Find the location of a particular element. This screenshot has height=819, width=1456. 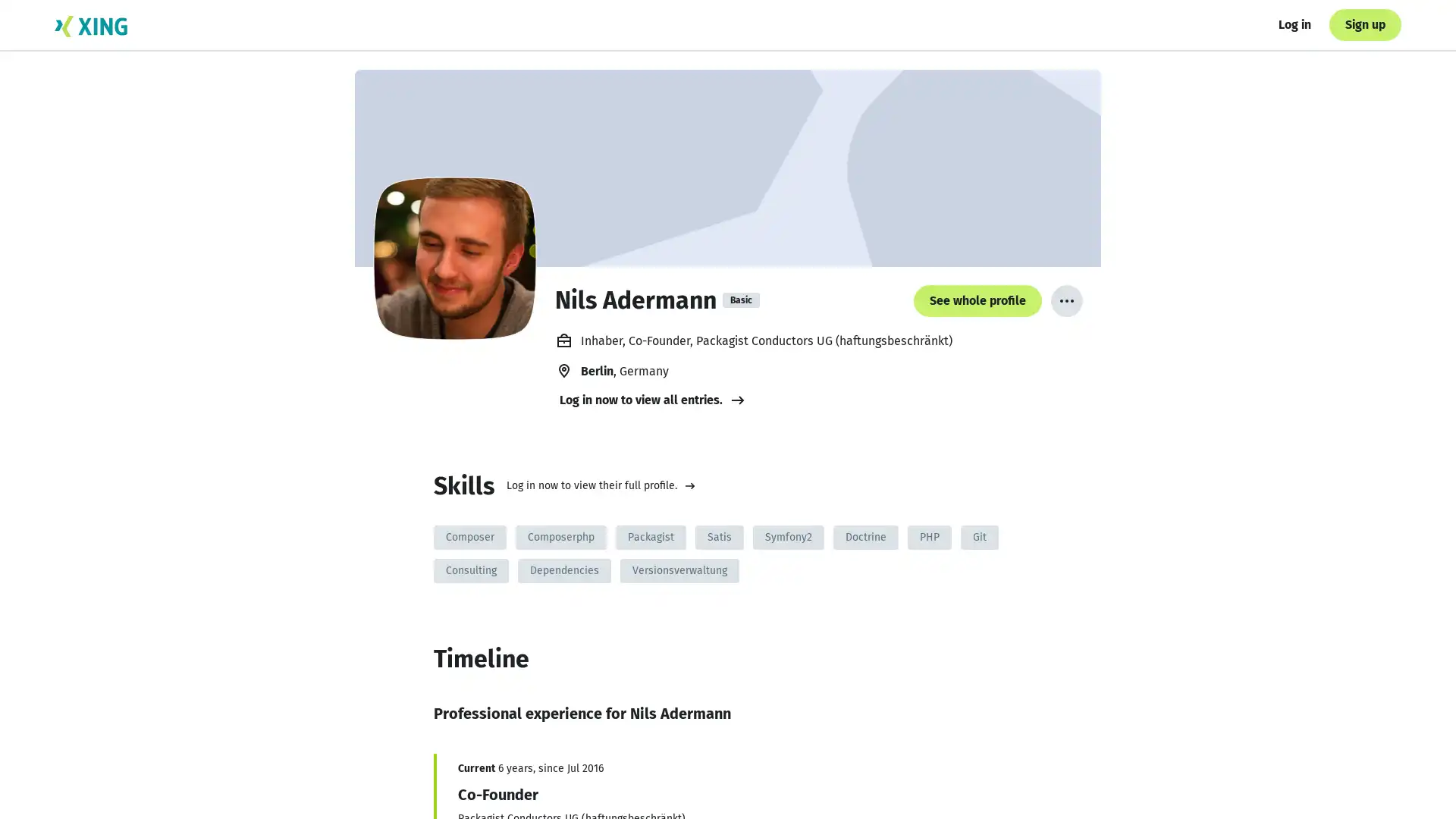

Nils Adermann is located at coordinates (454, 257).